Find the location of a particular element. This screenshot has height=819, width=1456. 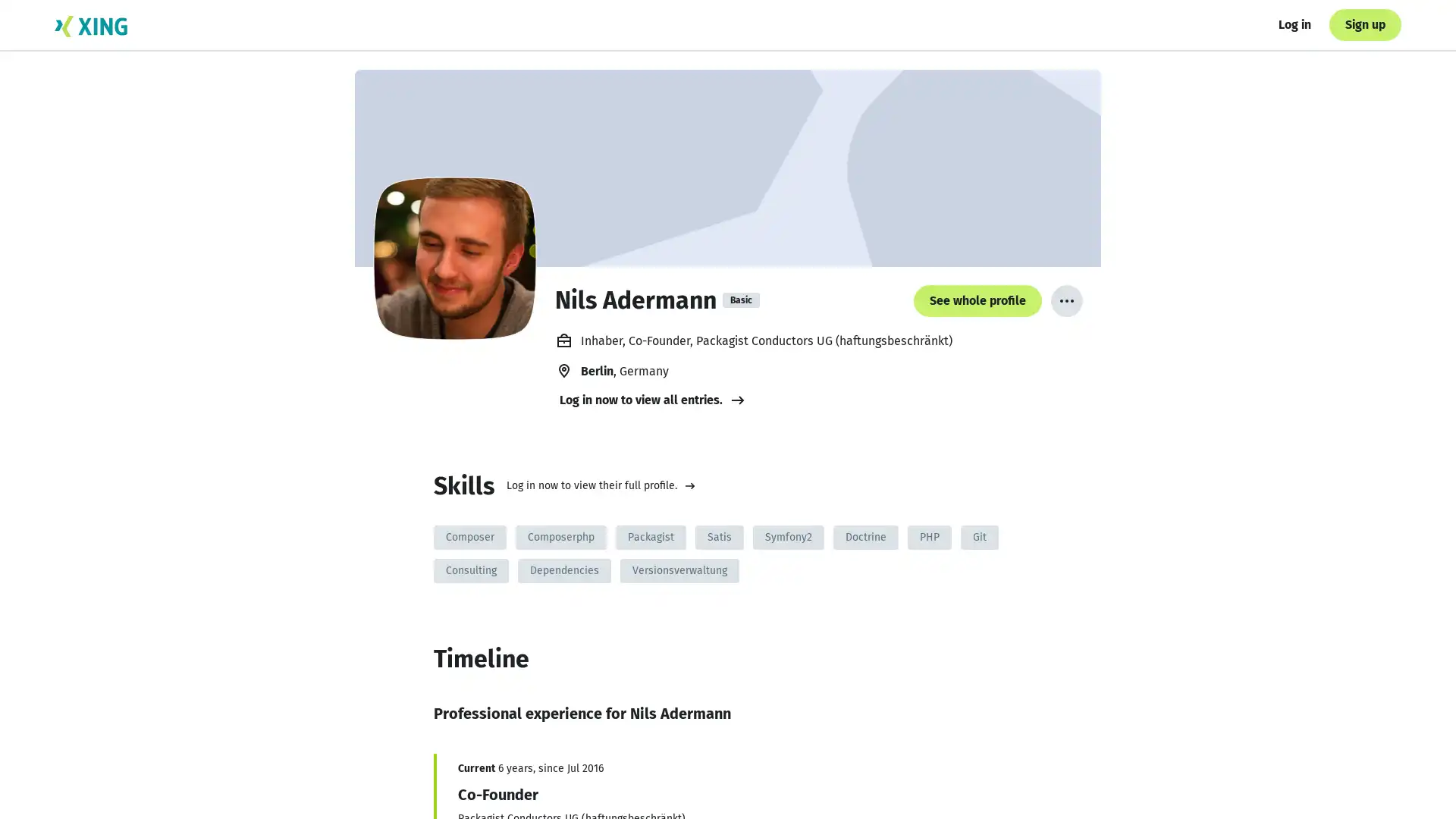

Nils Adermann is located at coordinates (454, 257).